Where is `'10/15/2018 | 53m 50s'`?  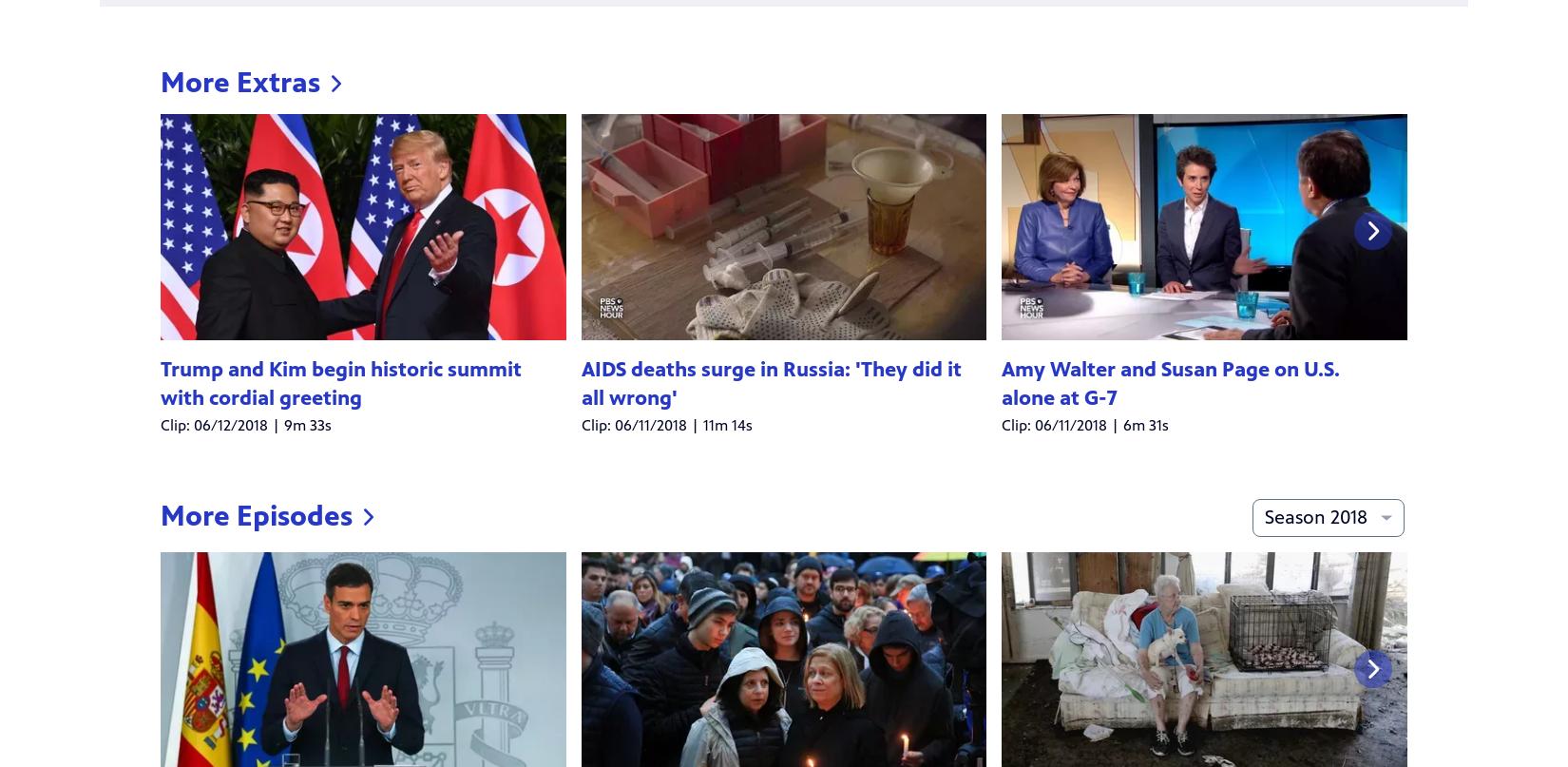
'10/15/2018 | 53m 50s' is located at coordinates (1072, 494).